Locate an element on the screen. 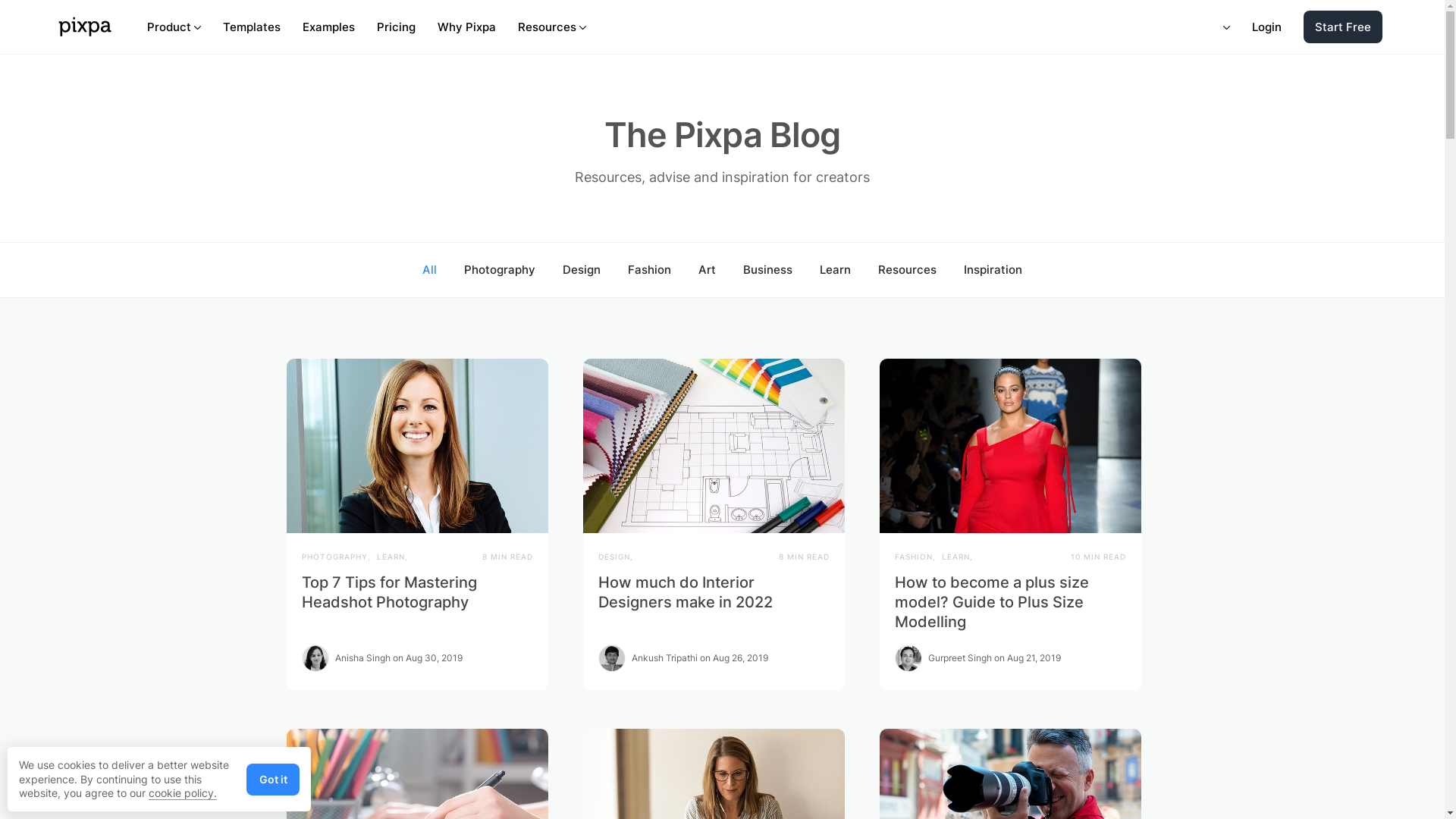 This screenshot has height=819, width=1456. 'Why Pixpa' is located at coordinates (466, 27).